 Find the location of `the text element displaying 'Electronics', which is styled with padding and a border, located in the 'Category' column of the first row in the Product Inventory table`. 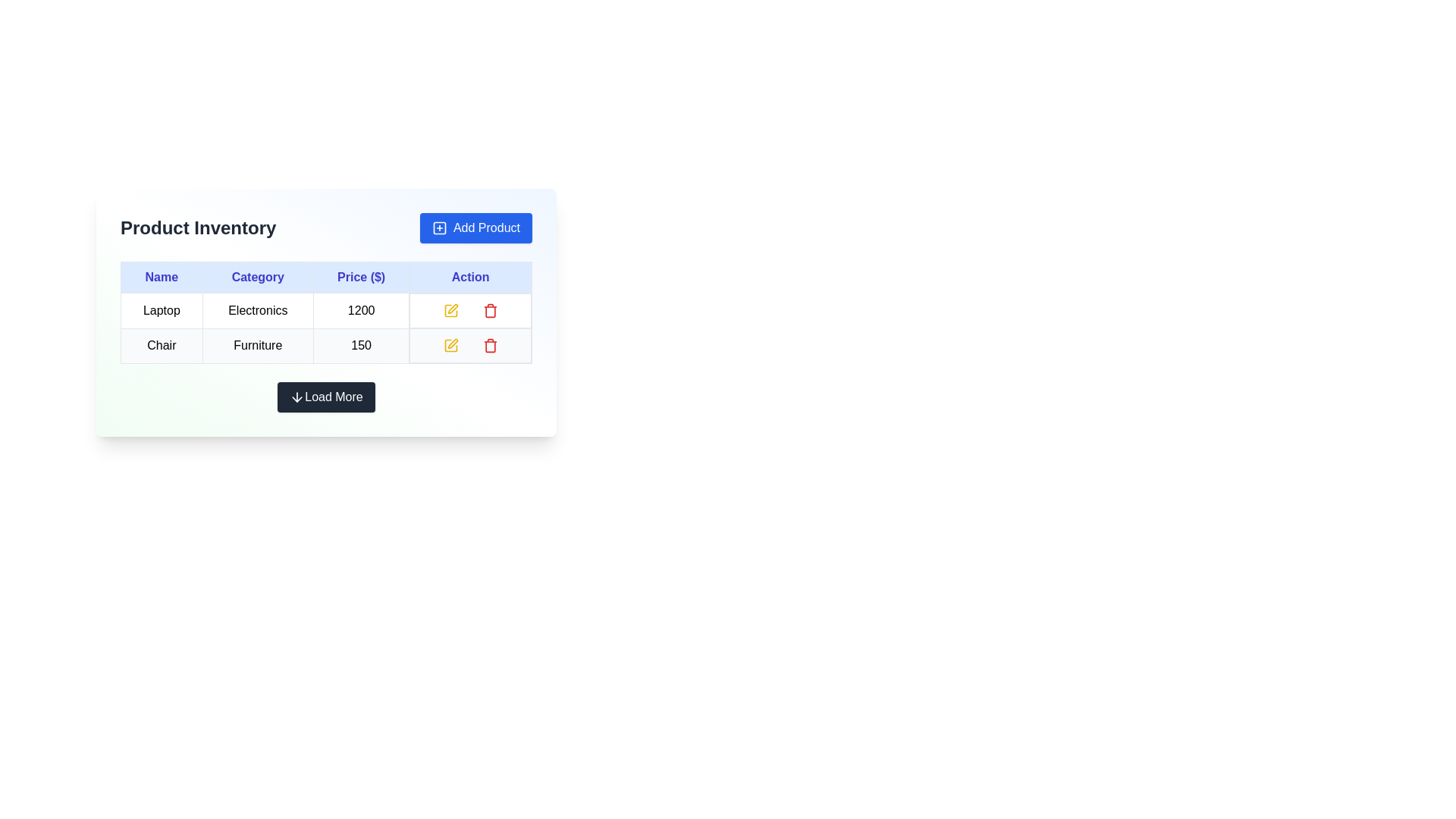

the text element displaying 'Electronics', which is styled with padding and a border, located in the 'Category' column of the first row in the Product Inventory table is located at coordinates (258, 309).